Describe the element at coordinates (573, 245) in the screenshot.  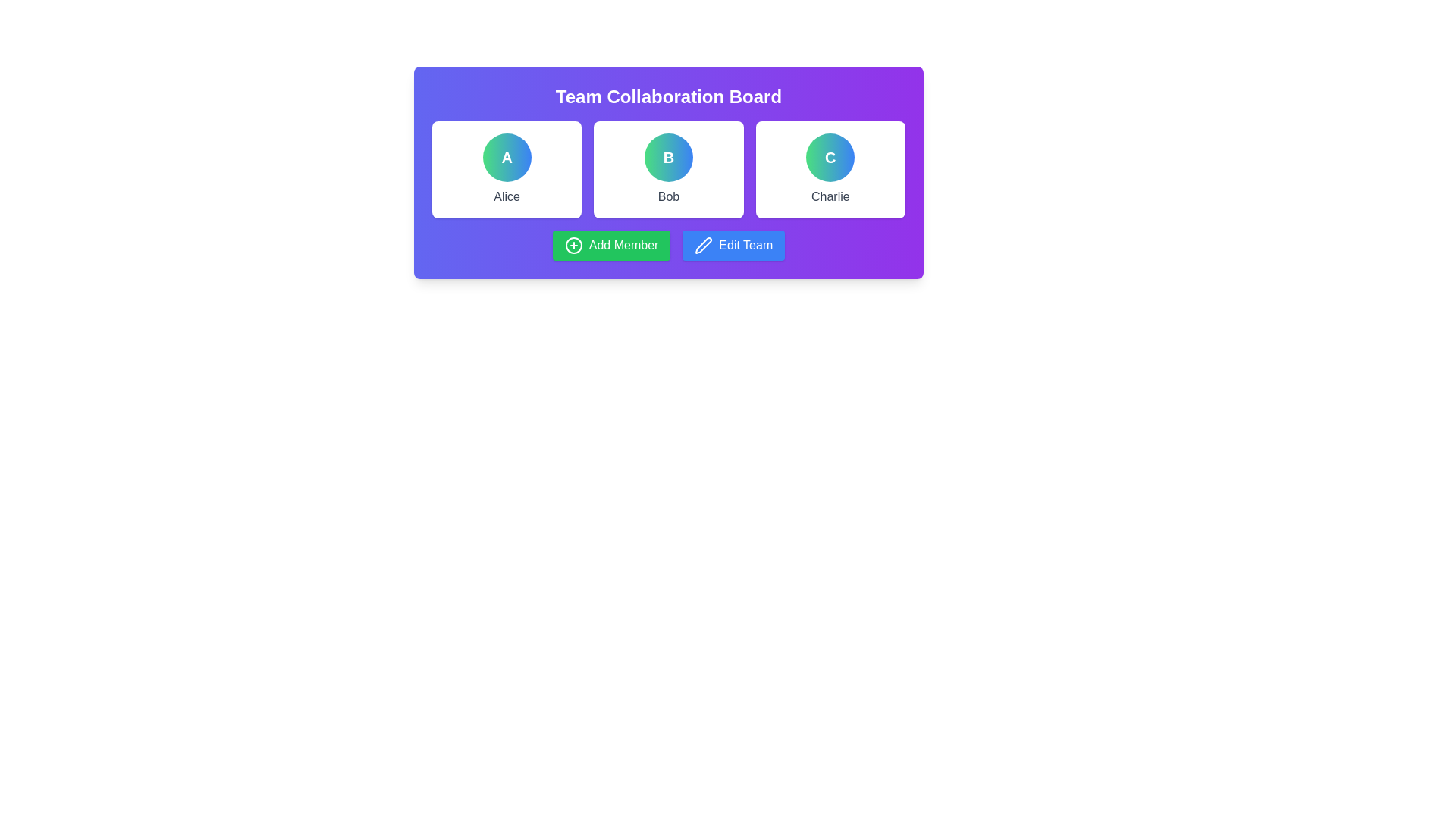
I see `the circular SVG shape within the 'Add Member' button located at the bottom row of the interface` at that location.